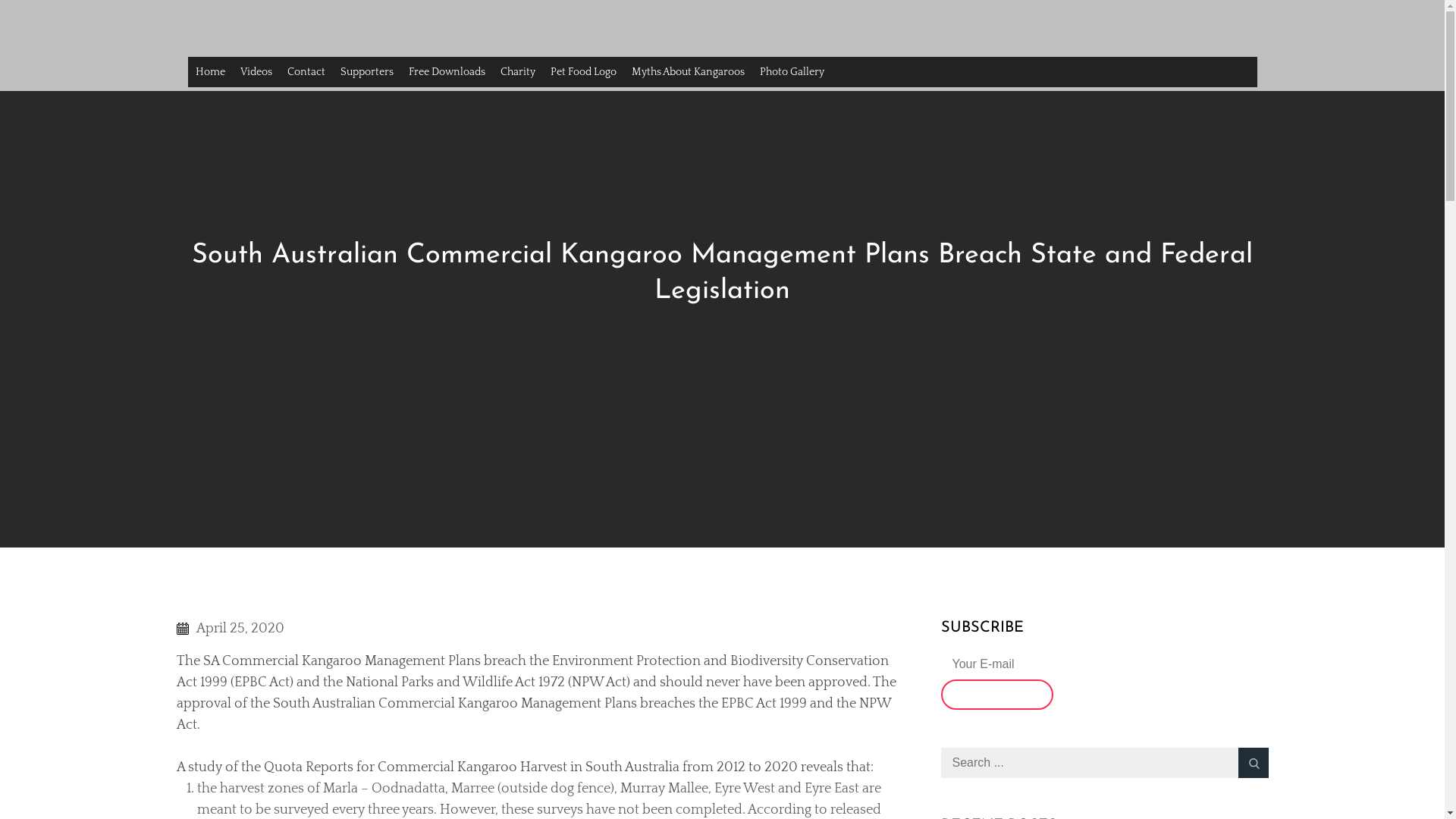  Describe the element at coordinates (331, 72) in the screenshot. I see `'Supporters'` at that location.